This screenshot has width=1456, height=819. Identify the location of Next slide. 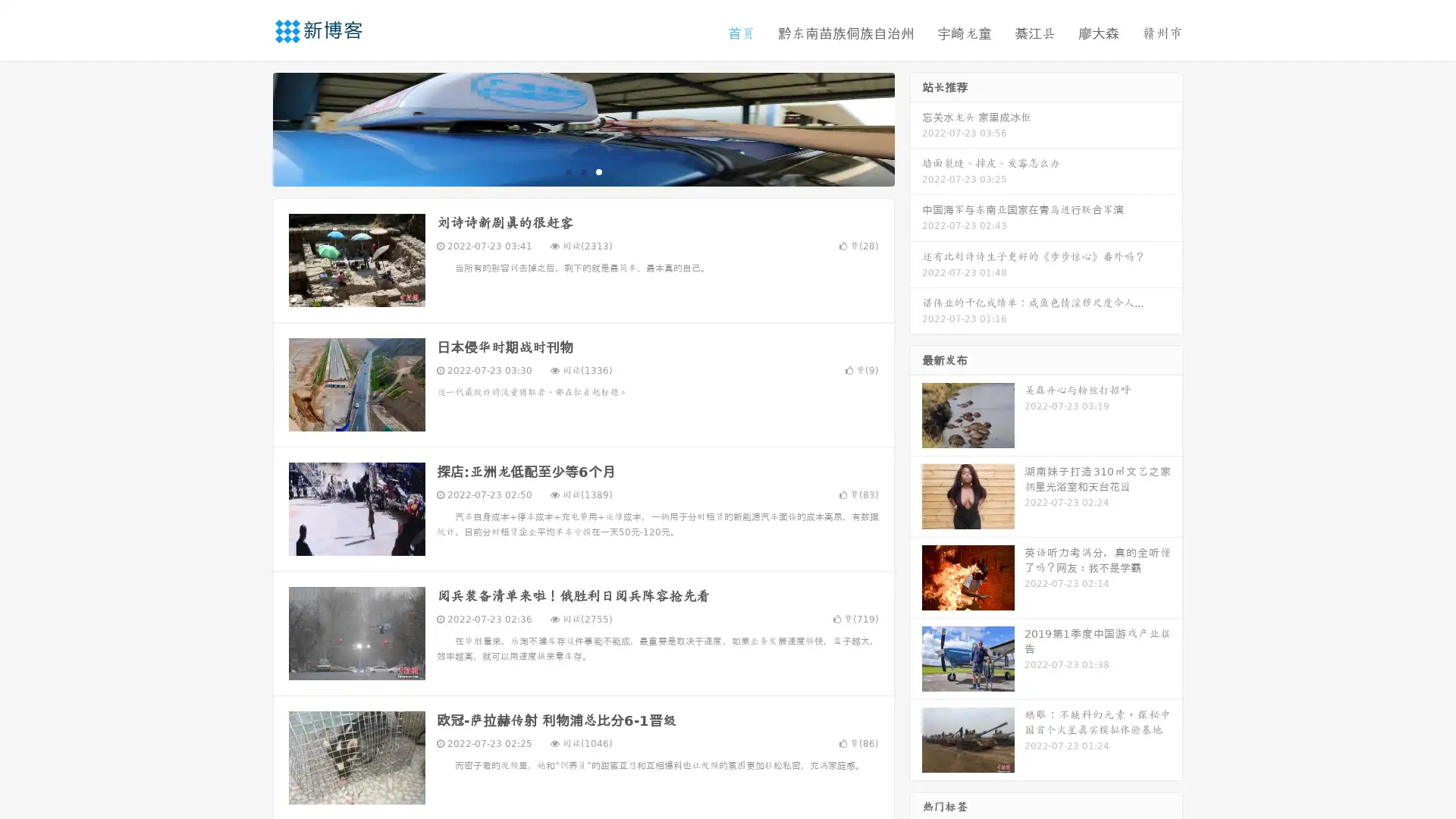
(916, 127).